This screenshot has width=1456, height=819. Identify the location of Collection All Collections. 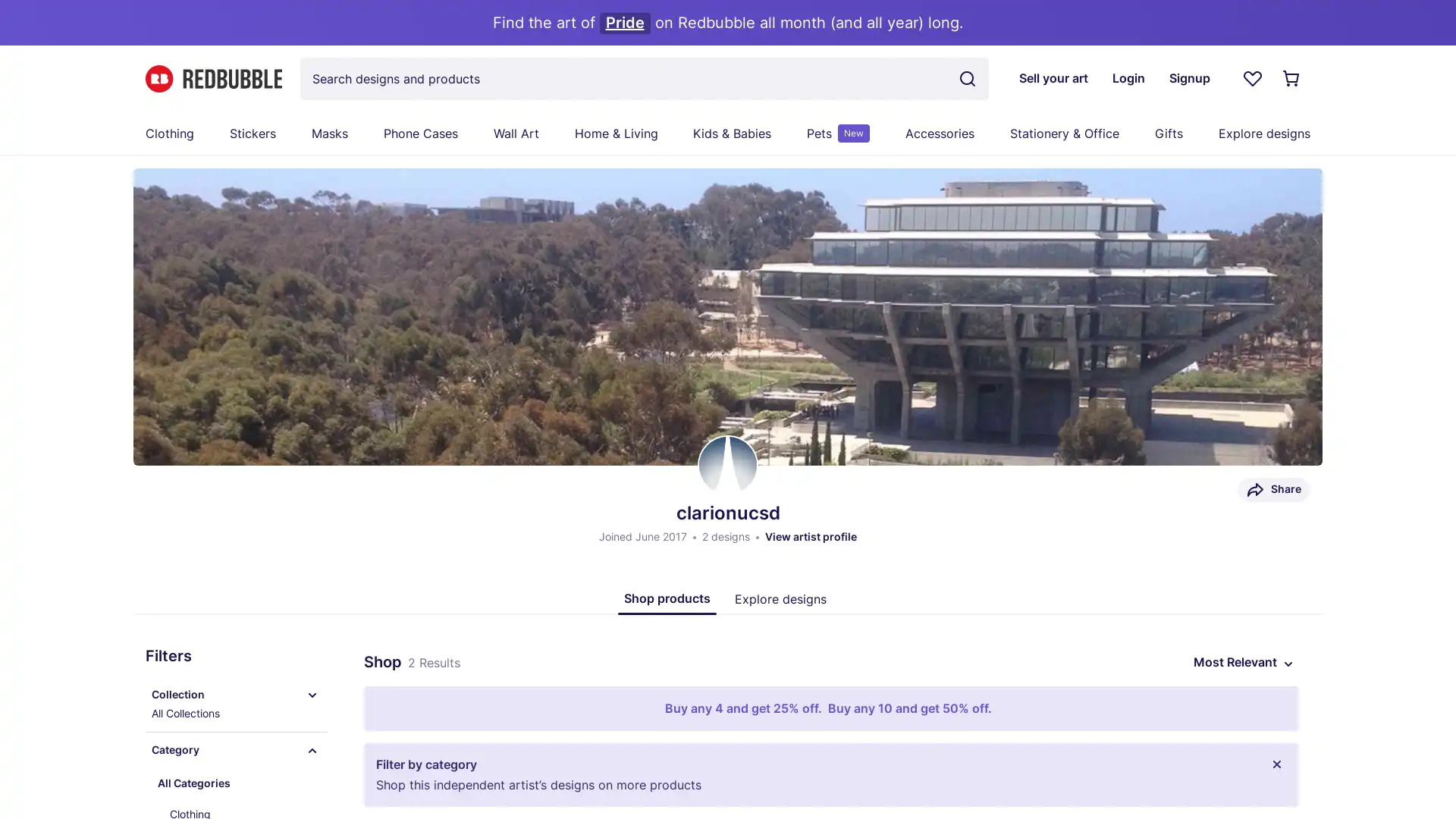
(236, 704).